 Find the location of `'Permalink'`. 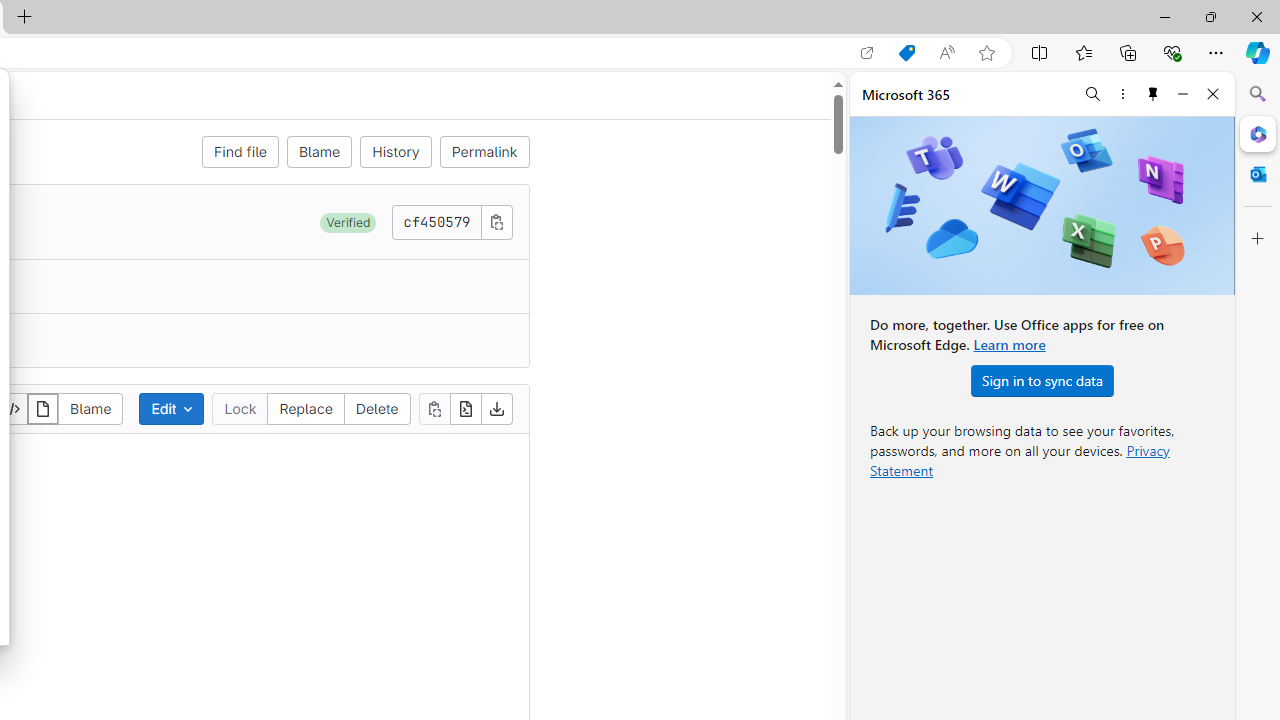

'Permalink' is located at coordinates (484, 150).